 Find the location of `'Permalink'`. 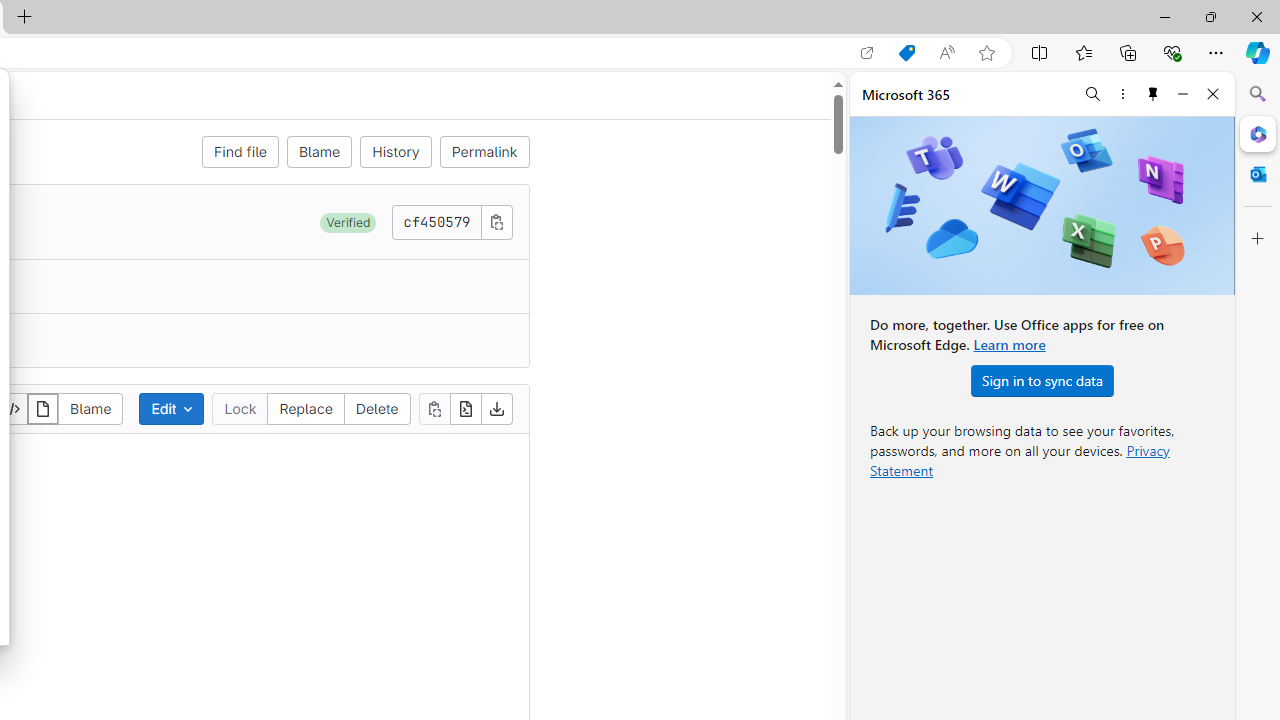

'Permalink' is located at coordinates (484, 150).